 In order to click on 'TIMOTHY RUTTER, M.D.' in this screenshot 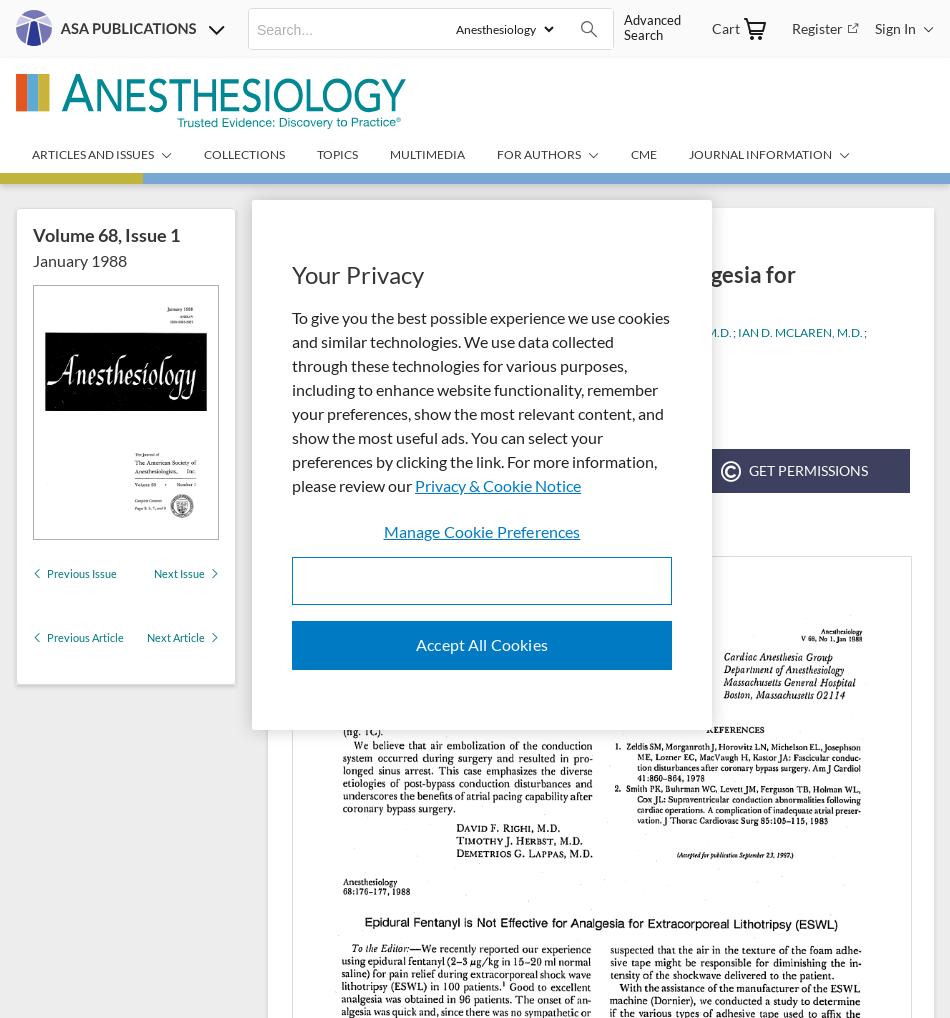, I will do `click(358, 346)`.